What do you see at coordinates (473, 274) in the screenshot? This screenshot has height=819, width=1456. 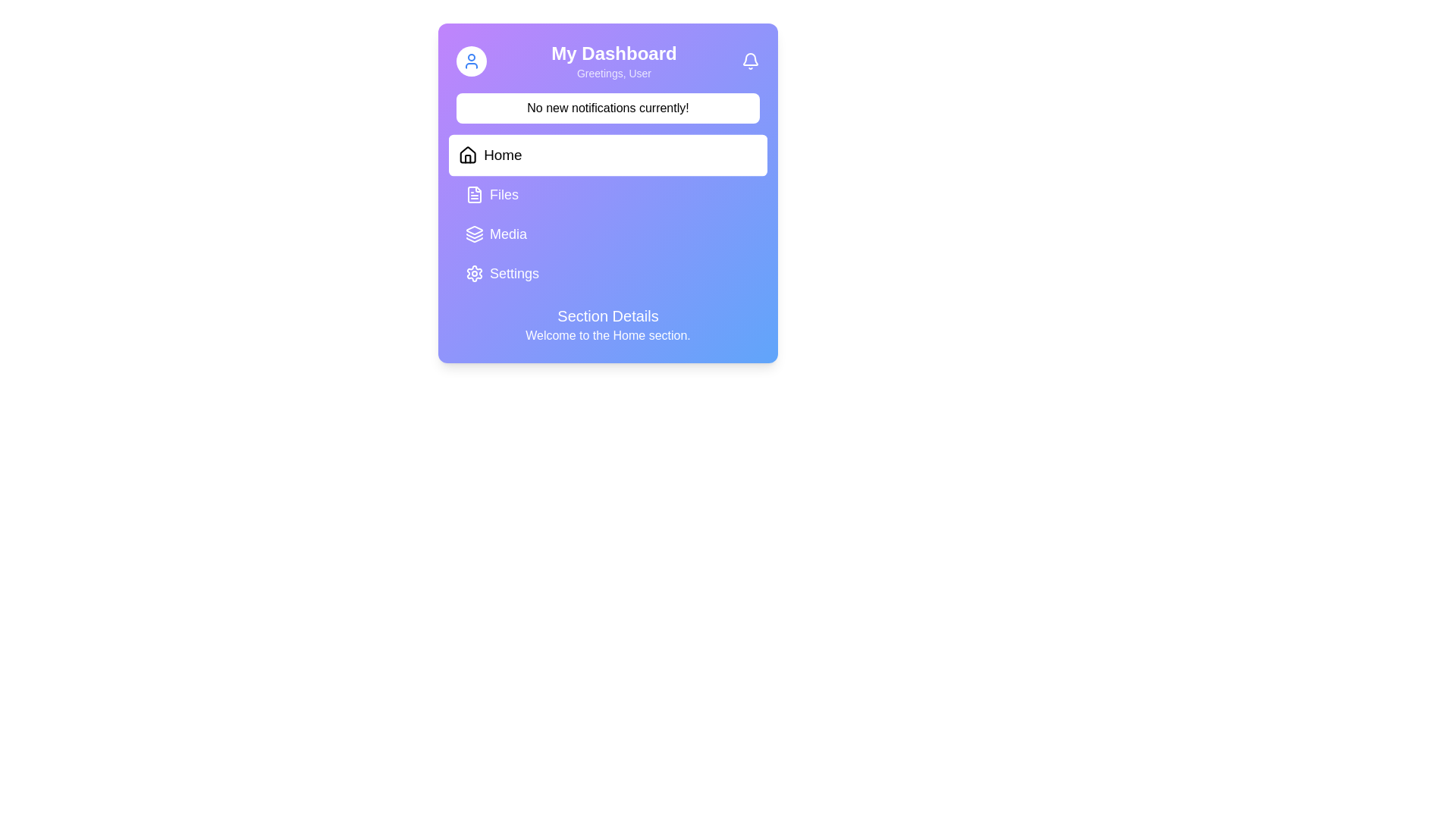 I see `the 'Settings' menu icon, which is represented by a gear symbol and is the fourth item in the vertical list of menu options on the left side of the interface panel` at bounding box center [473, 274].